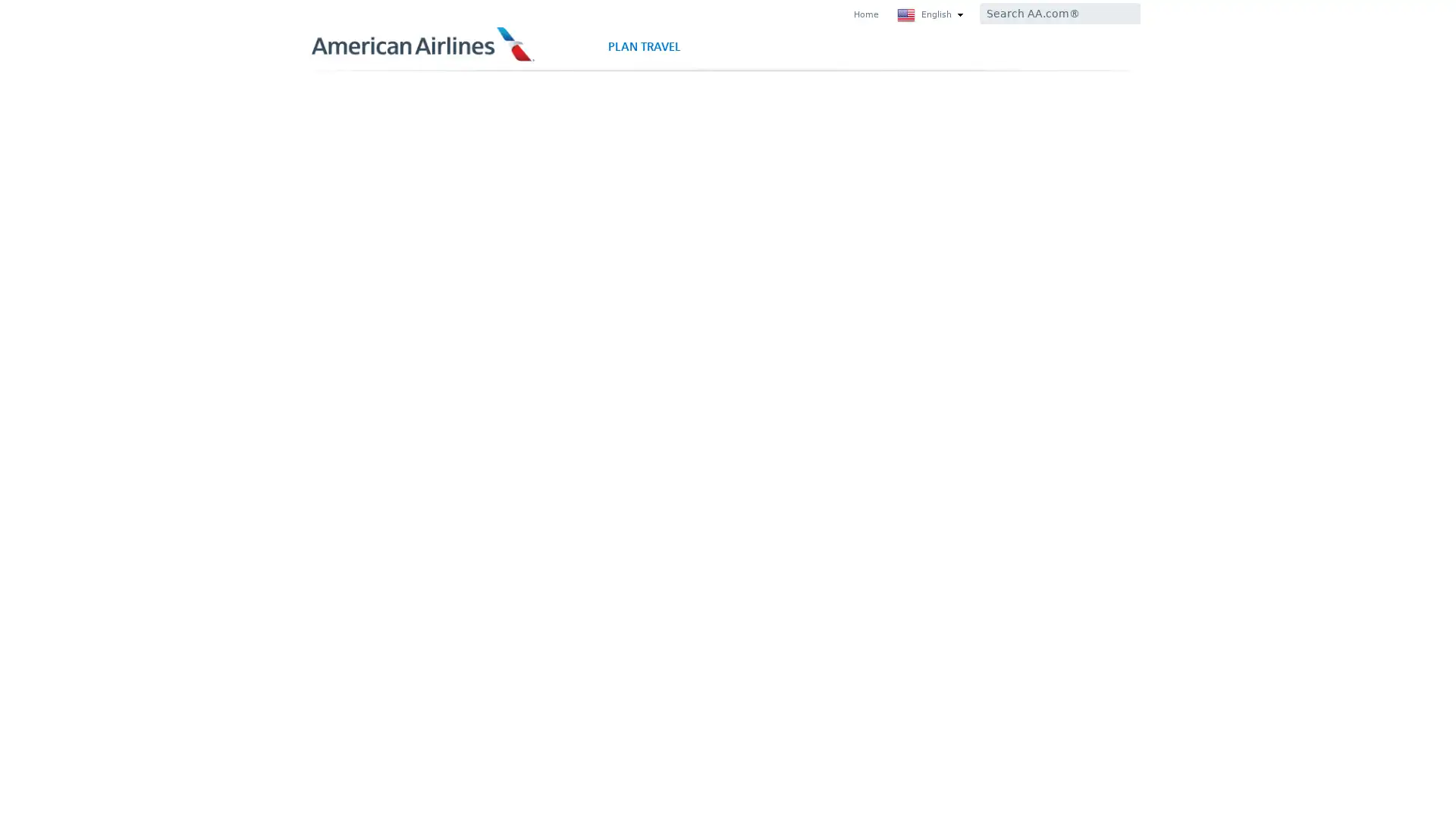  I want to click on Opens password pop-up, so click(513, 320).